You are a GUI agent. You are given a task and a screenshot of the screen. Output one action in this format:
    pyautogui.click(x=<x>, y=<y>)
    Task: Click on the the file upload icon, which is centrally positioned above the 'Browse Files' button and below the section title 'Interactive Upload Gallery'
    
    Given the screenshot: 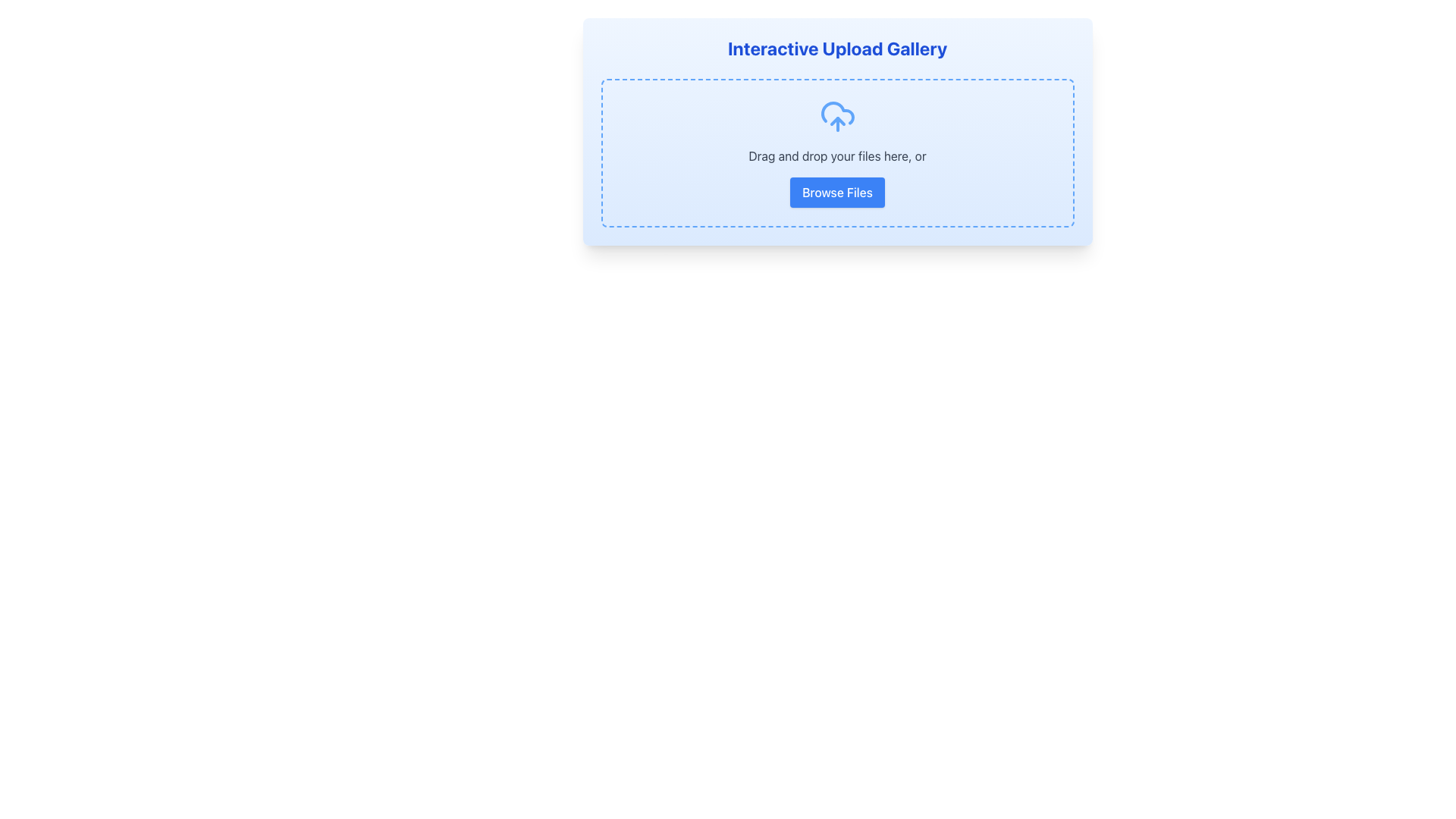 What is the action you would take?
    pyautogui.click(x=836, y=116)
    